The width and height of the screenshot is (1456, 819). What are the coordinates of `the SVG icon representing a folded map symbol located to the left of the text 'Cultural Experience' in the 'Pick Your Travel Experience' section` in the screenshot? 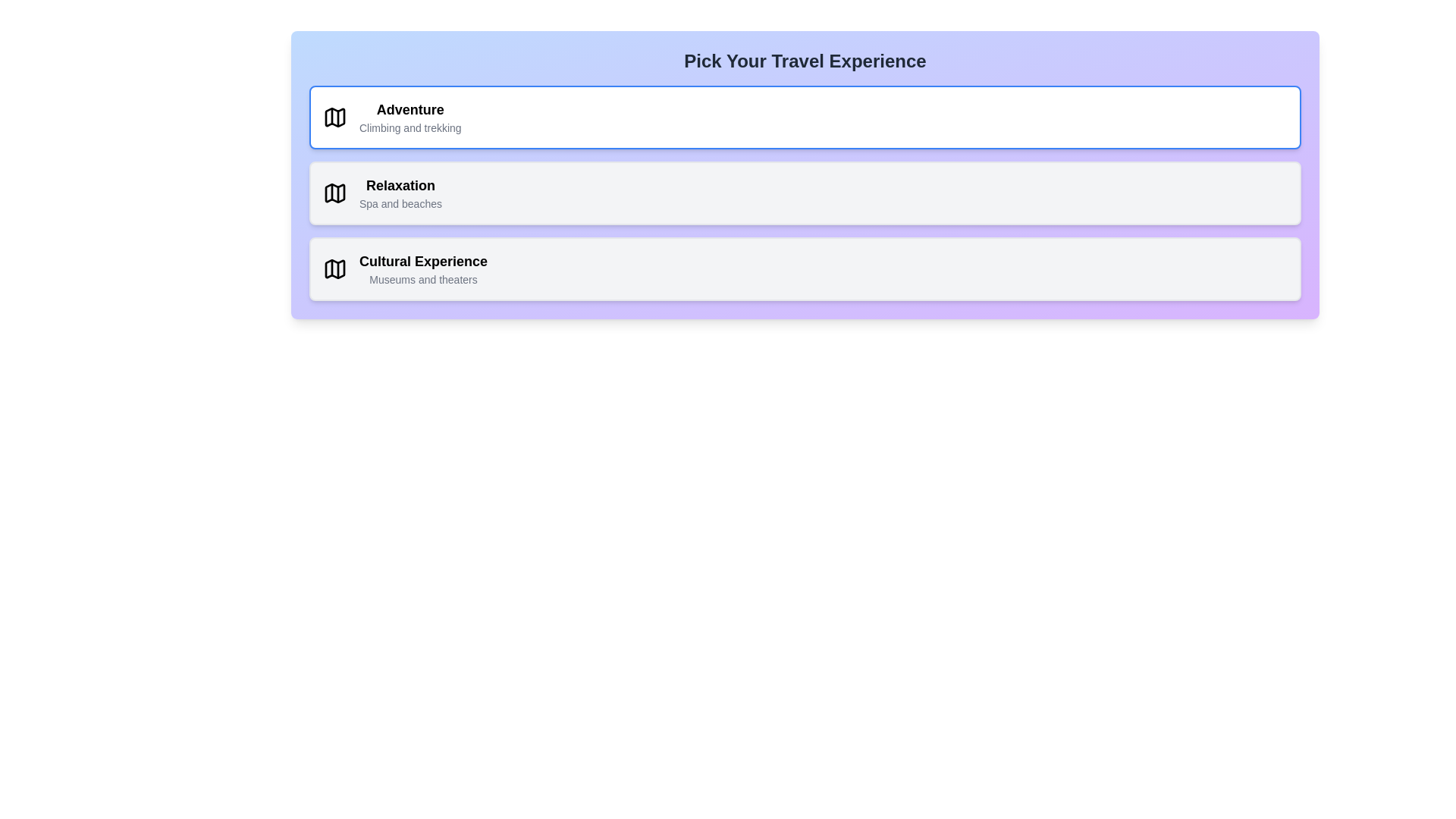 It's located at (334, 268).